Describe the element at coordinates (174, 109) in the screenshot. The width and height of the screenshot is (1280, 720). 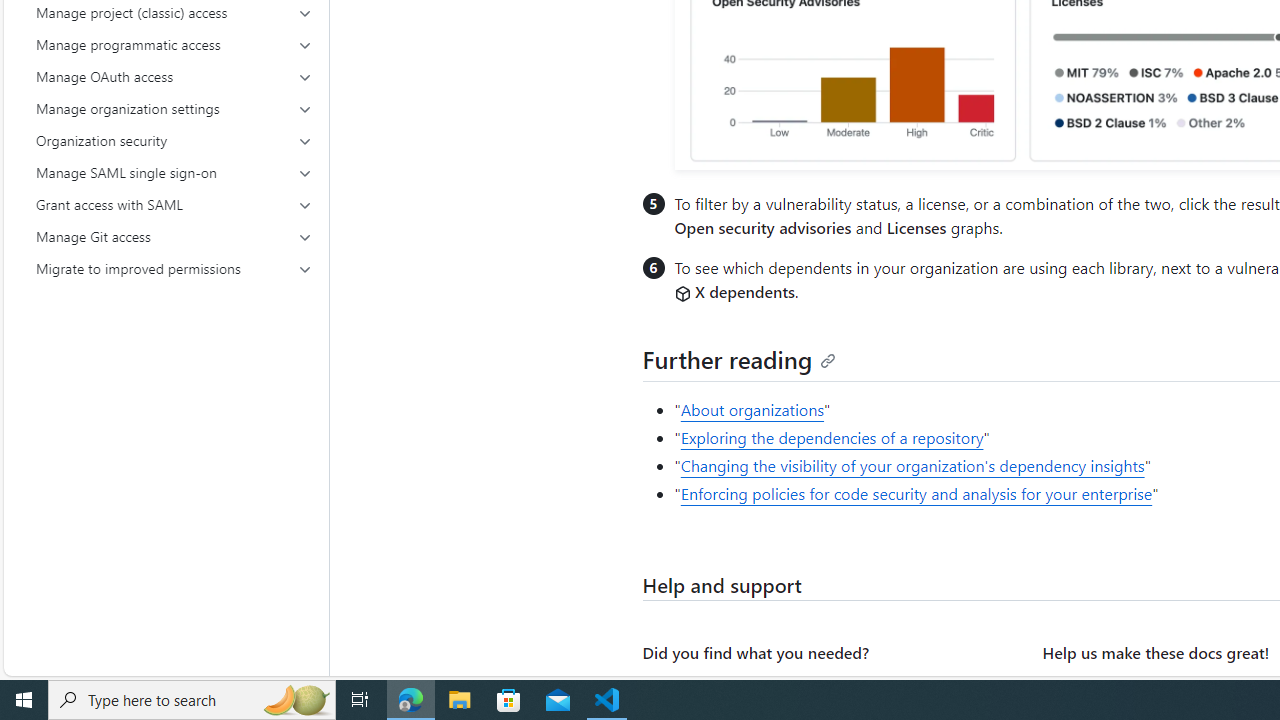
I see `'Manage organization settings'` at that location.